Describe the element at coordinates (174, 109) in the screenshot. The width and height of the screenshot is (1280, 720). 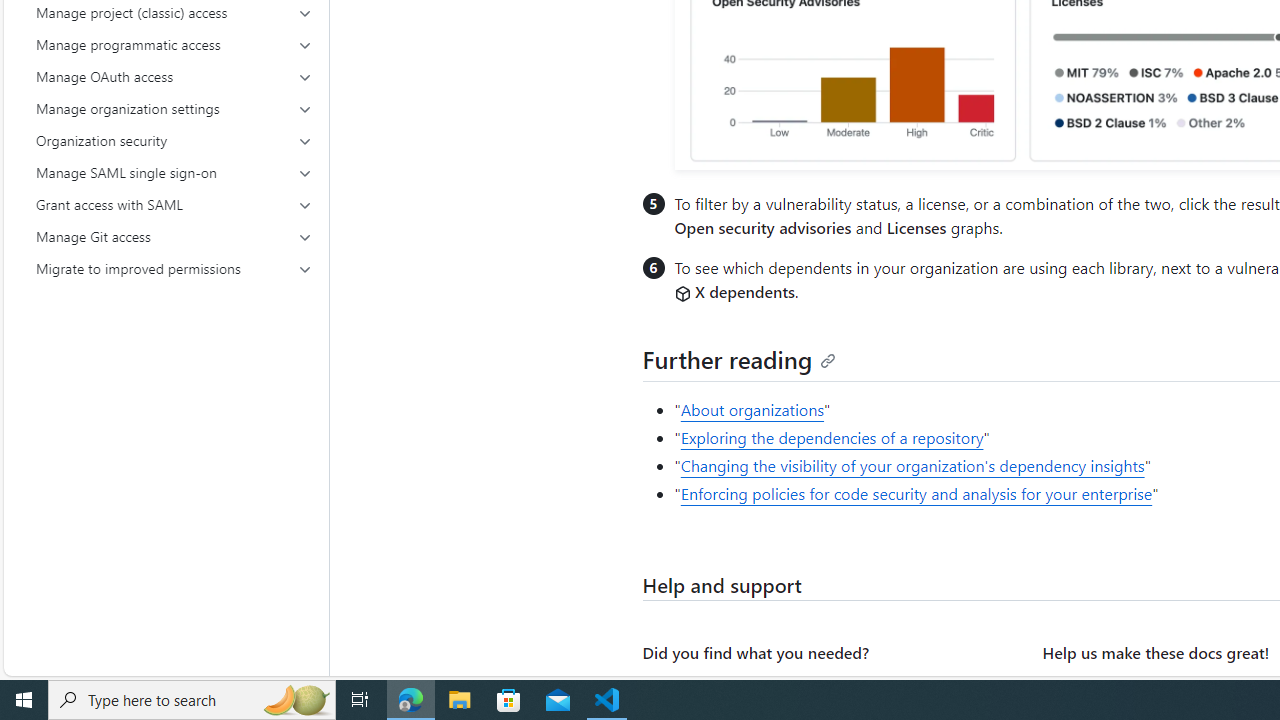
I see `'Manage organization settings'` at that location.